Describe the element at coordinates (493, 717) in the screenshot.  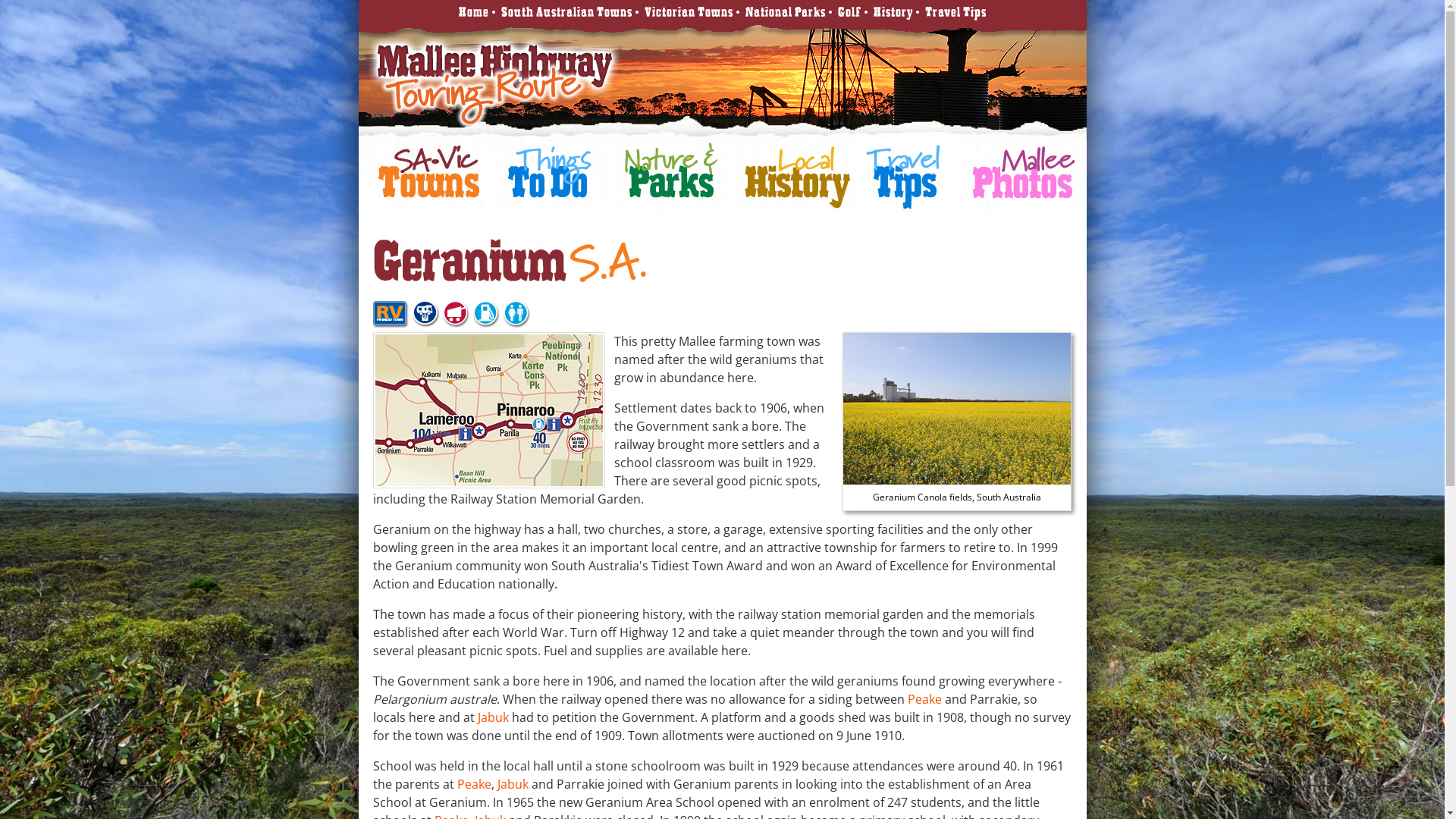
I see `'Jabuk'` at that location.